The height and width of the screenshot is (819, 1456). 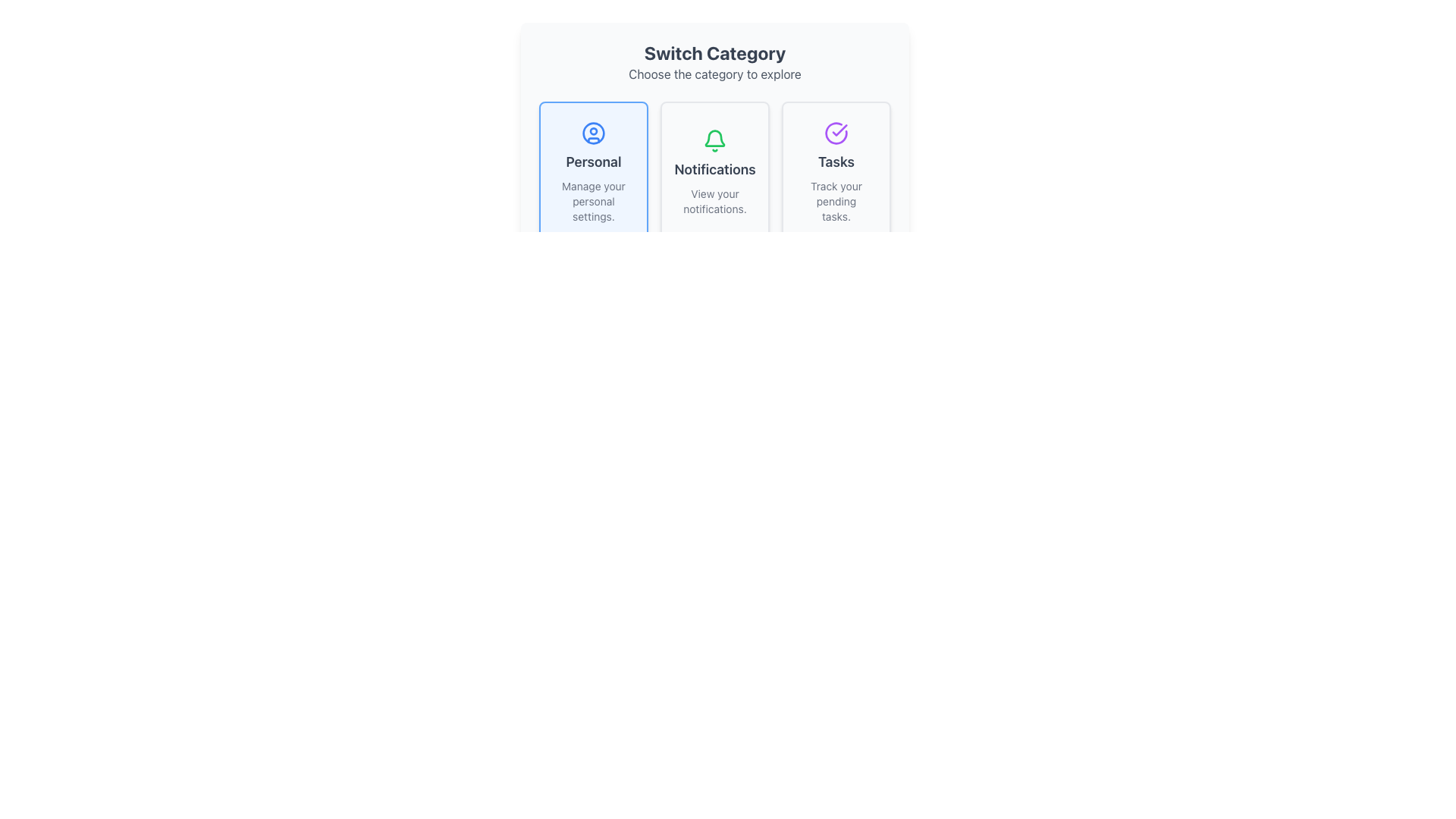 What do you see at coordinates (592, 133) in the screenshot?
I see `the icon representing the 'Personal' section, which is located above the title 'Personal' and the description 'Manage your personal settings.'` at bounding box center [592, 133].